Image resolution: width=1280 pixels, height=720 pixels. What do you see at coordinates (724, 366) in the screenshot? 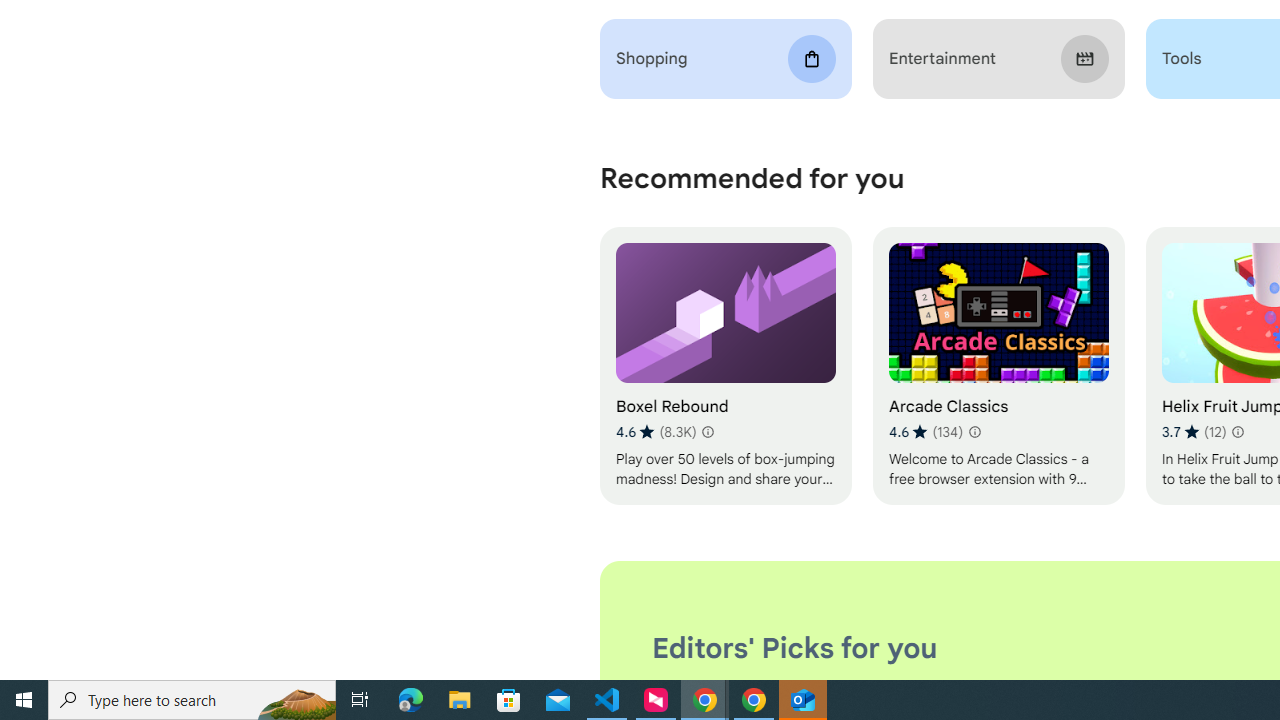
I see `'Boxel Rebound'` at bounding box center [724, 366].